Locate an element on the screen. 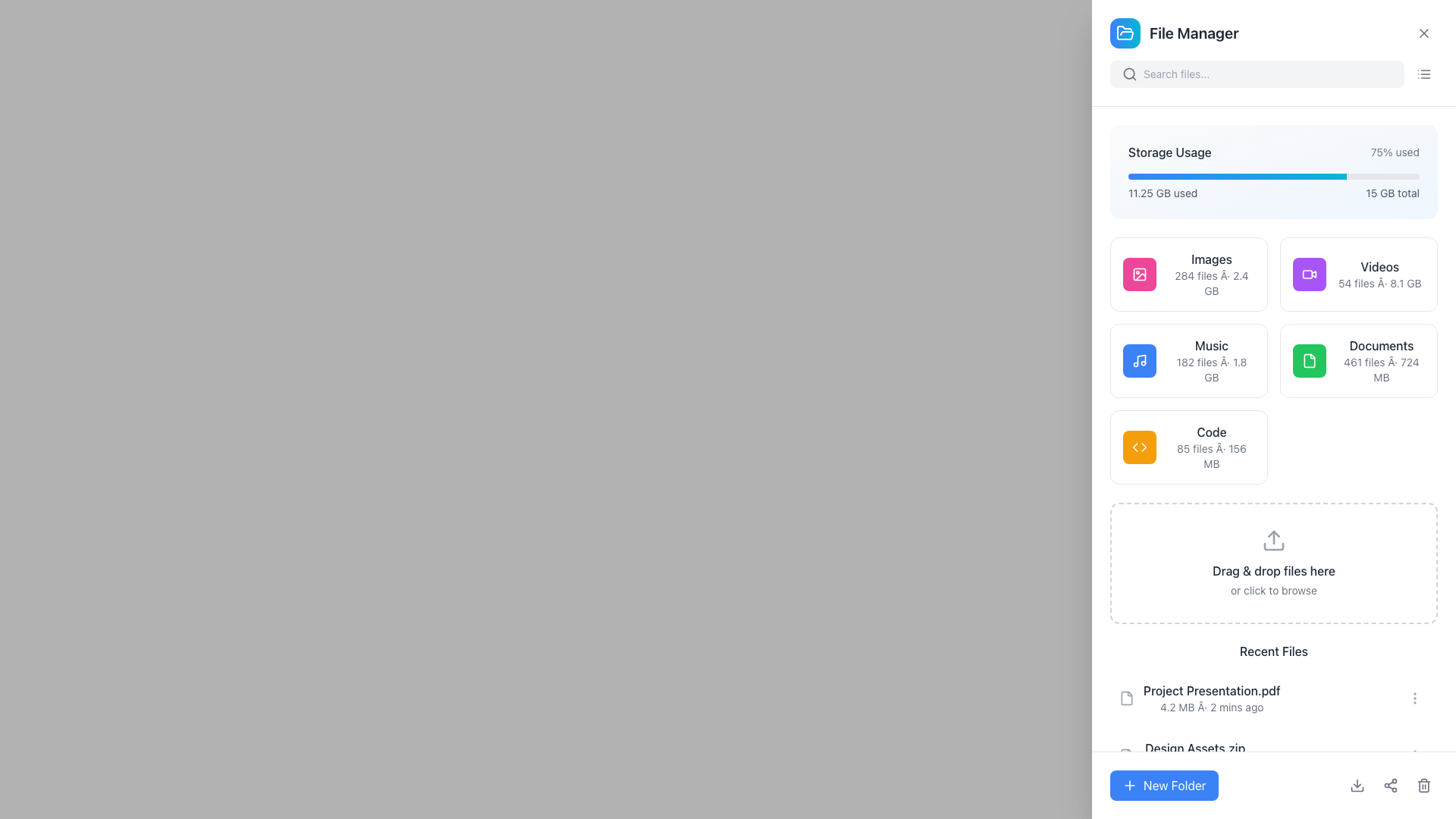  the file name 'Project Presentation.pdf' in the Recent Files section is located at coordinates (1199, 698).